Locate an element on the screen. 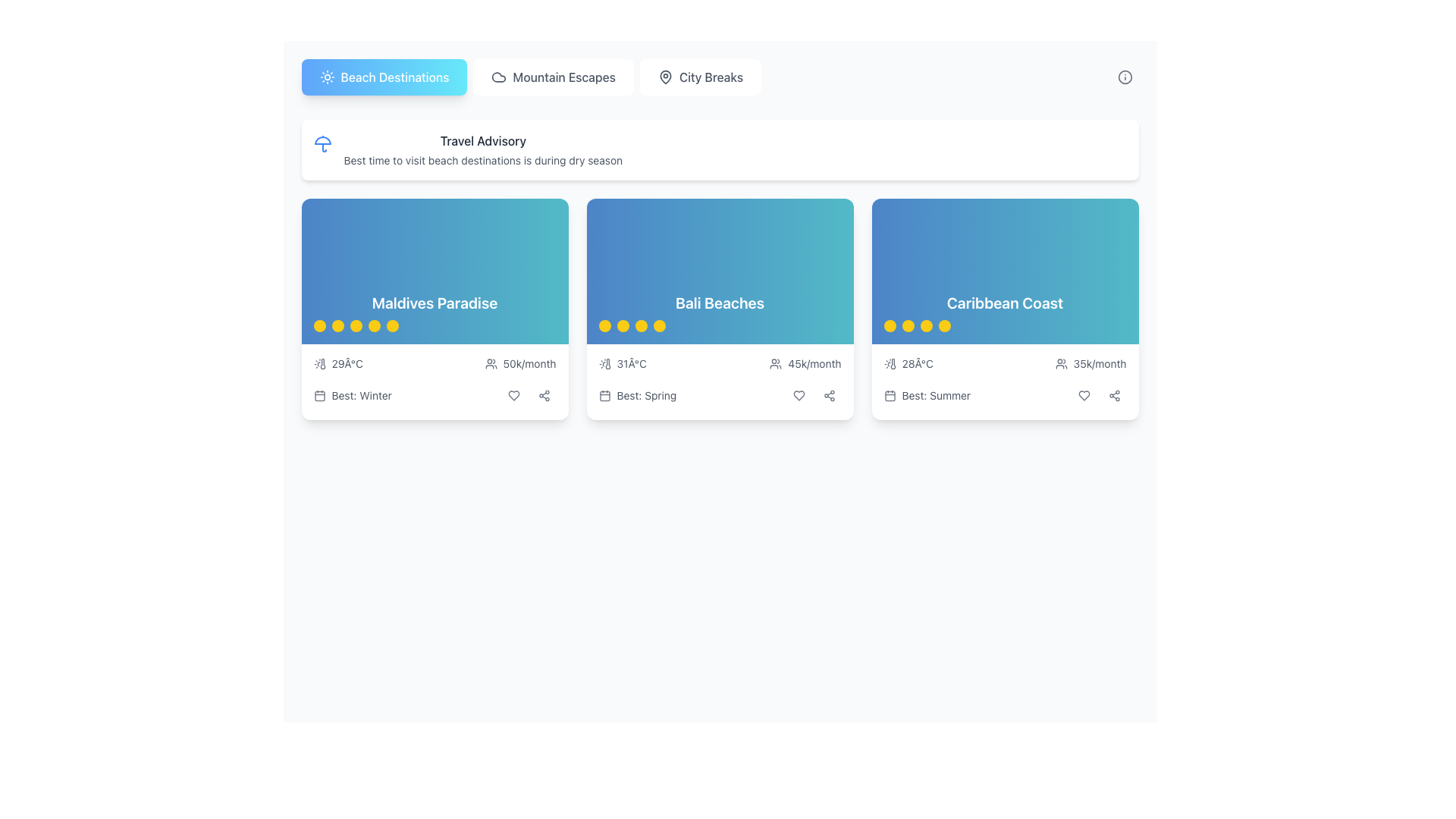 The height and width of the screenshot is (819, 1456). the SVG vector pin icon, which is a location marker with rounded edges and a thin border, located near the top section of the interface is located at coordinates (665, 77).